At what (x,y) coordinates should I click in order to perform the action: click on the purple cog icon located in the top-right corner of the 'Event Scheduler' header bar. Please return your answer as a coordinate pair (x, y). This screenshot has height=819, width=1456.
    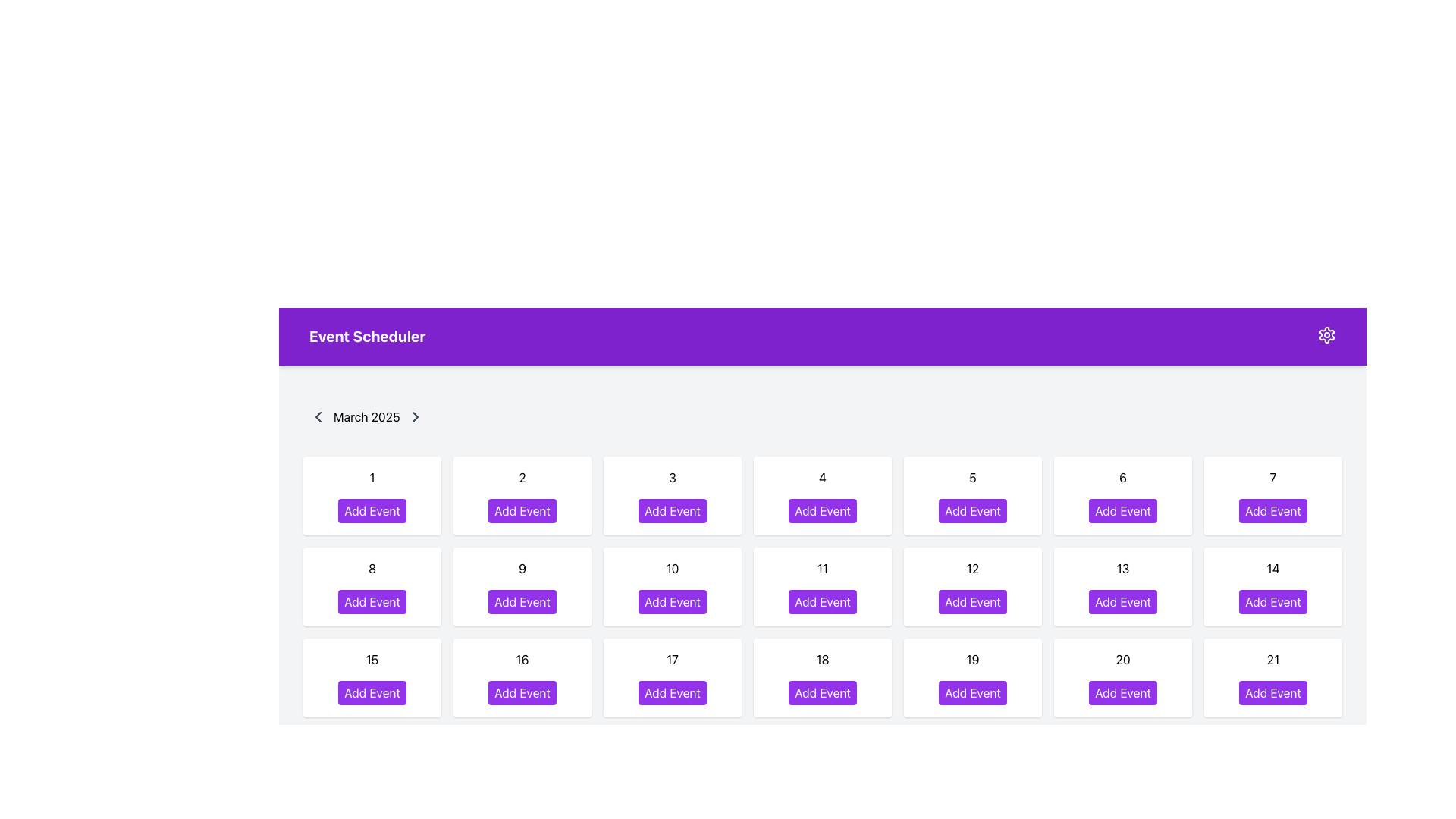
    Looking at the image, I should click on (1326, 334).